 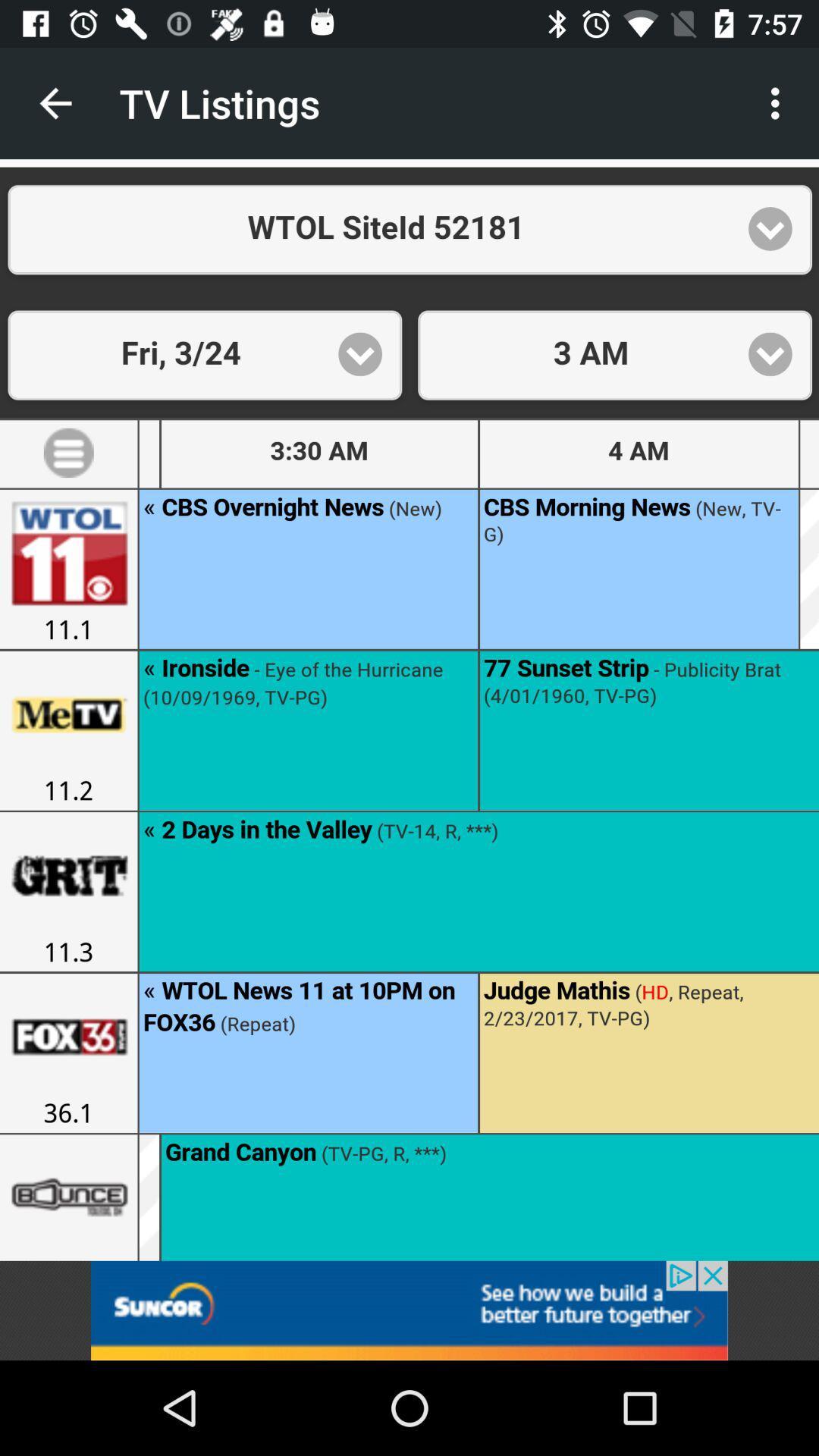 What do you see at coordinates (409, 1310) in the screenshot?
I see `new advertisement open box` at bounding box center [409, 1310].